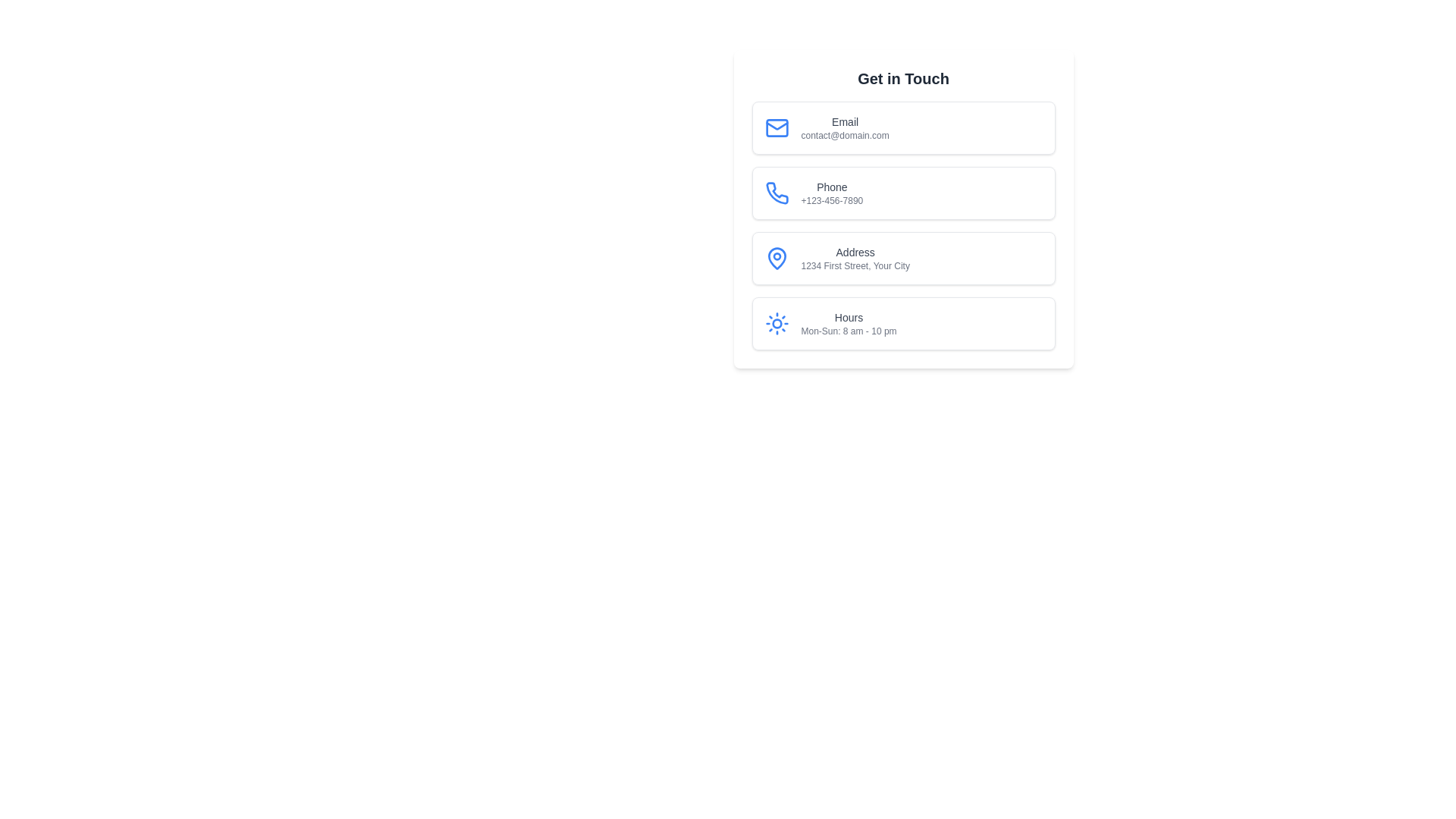  I want to click on the non-interactive text display element that shows business hours, located in the fourth item of a vertical list, to the right of the blue sun icon, below the 'Address' block, so click(848, 323).